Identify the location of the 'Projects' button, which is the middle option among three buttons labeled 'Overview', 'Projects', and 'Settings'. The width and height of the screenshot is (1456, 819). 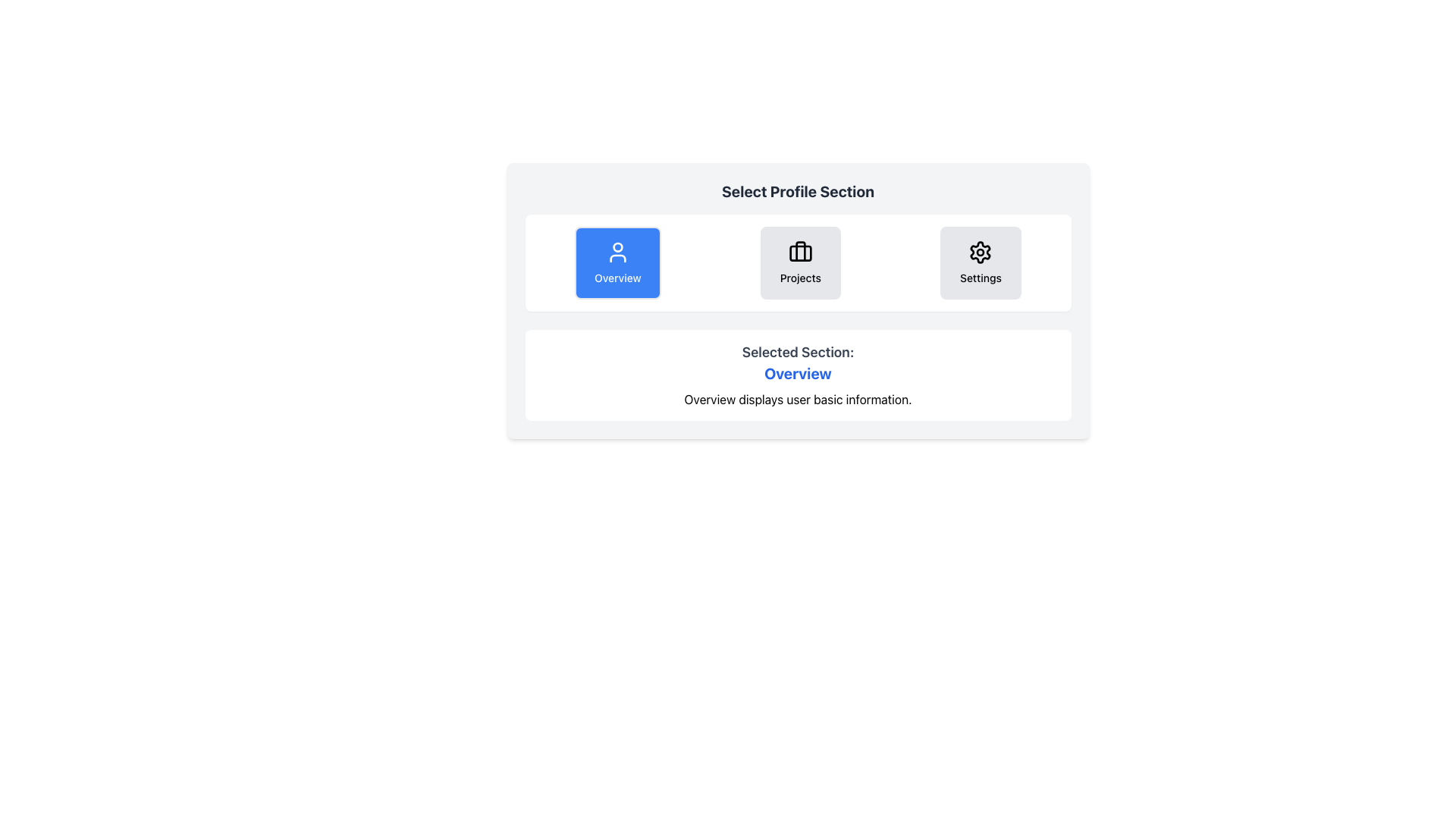
(797, 262).